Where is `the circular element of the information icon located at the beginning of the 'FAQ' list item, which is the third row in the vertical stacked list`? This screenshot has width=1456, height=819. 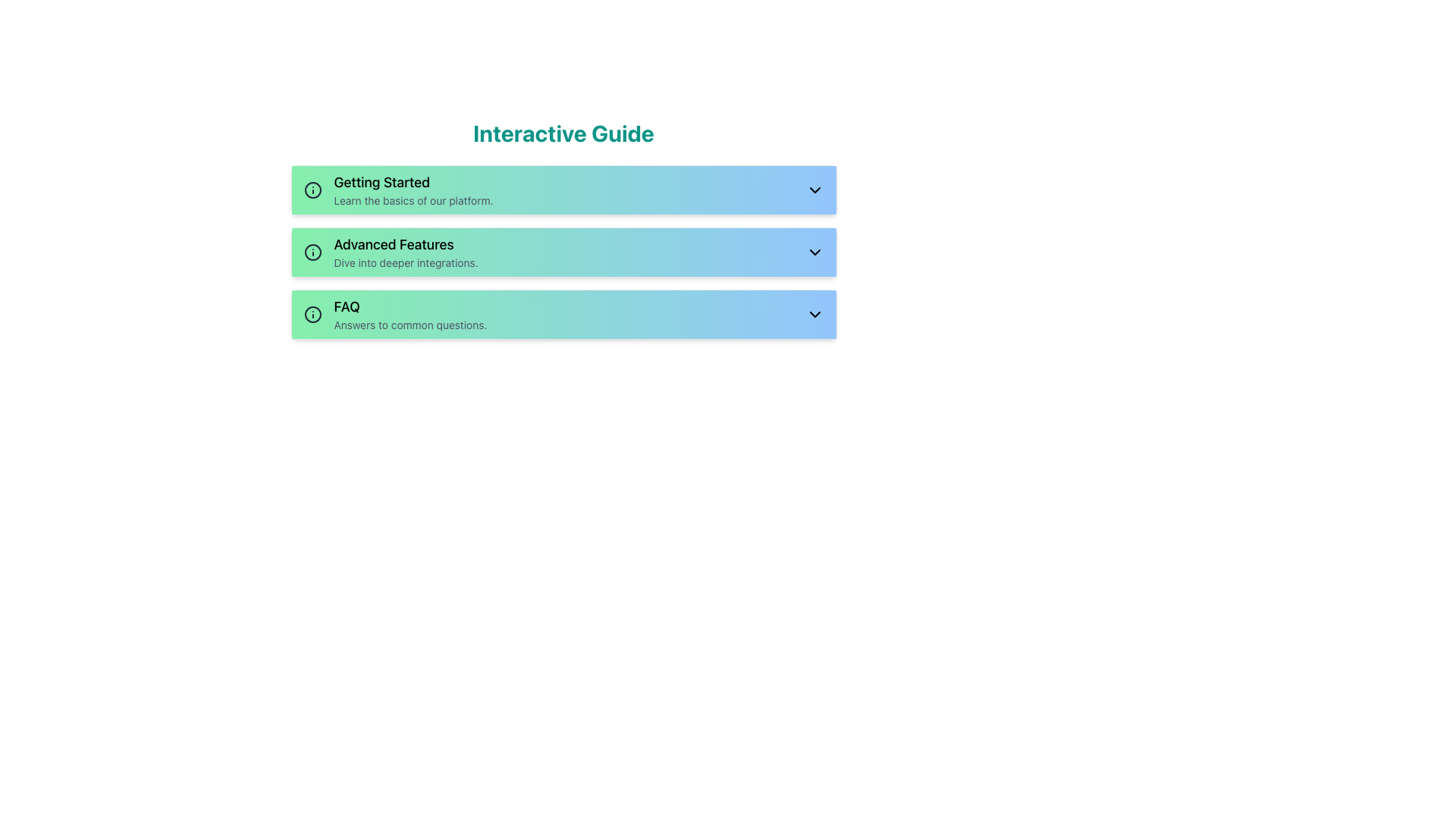 the circular element of the information icon located at the beginning of the 'FAQ' list item, which is the third row in the vertical stacked list is located at coordinates (312, 314).